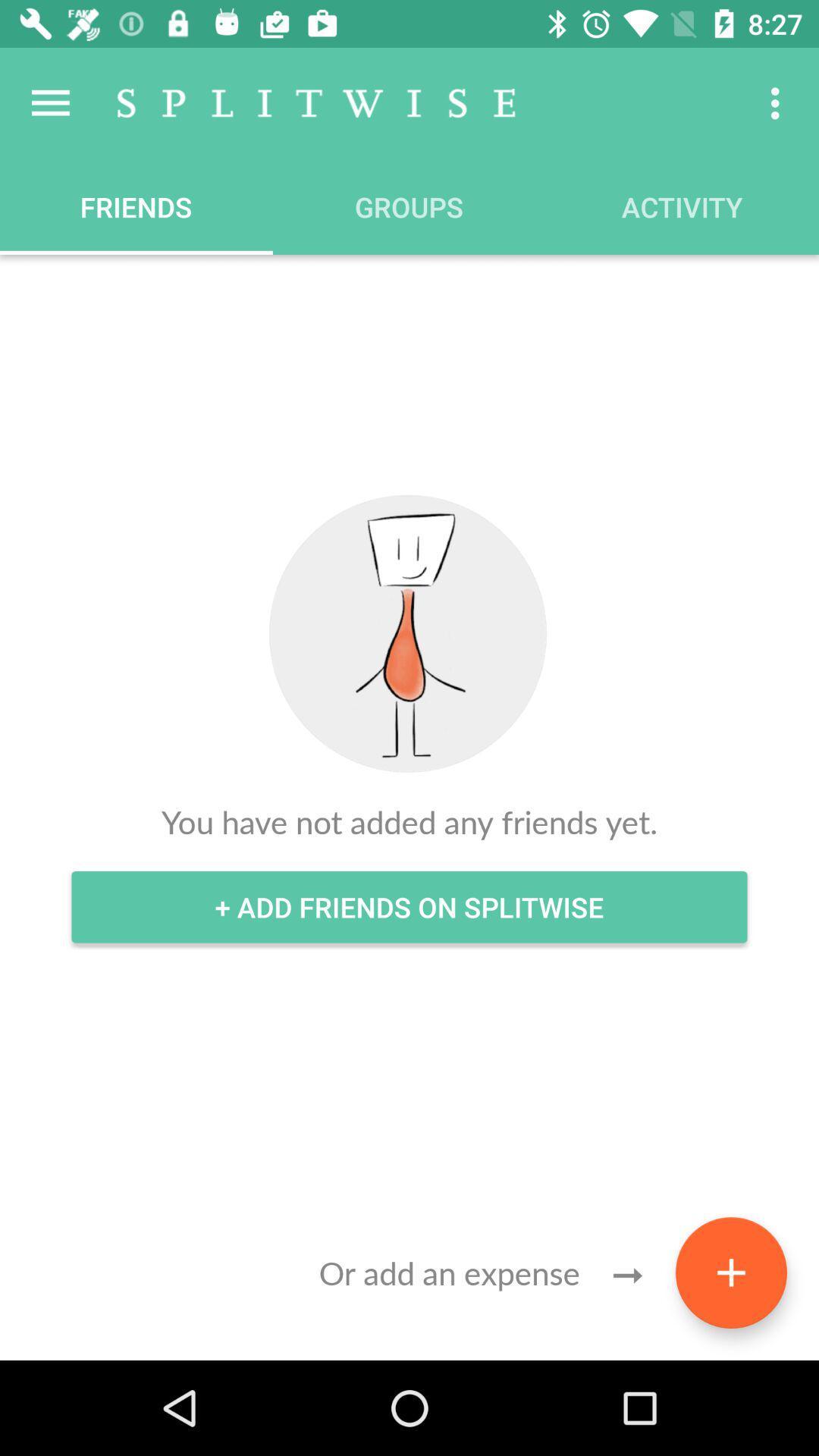  What do you see at coordinates (730, 1272) in the screenshot?
I see `the add icon` at bounding box center [730, 1272].